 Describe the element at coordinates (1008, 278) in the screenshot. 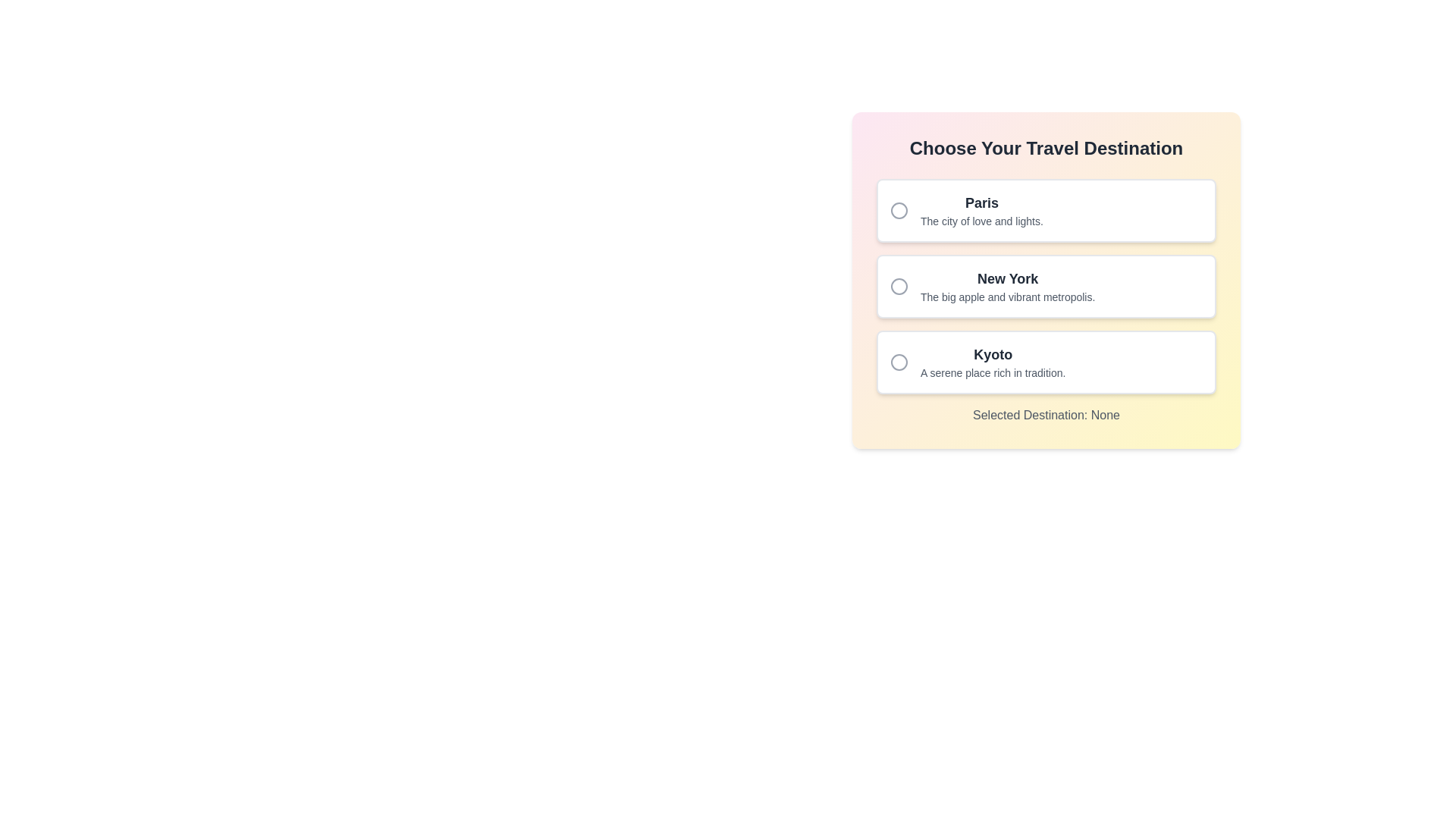

I see `the 'New York' text label` at that location.